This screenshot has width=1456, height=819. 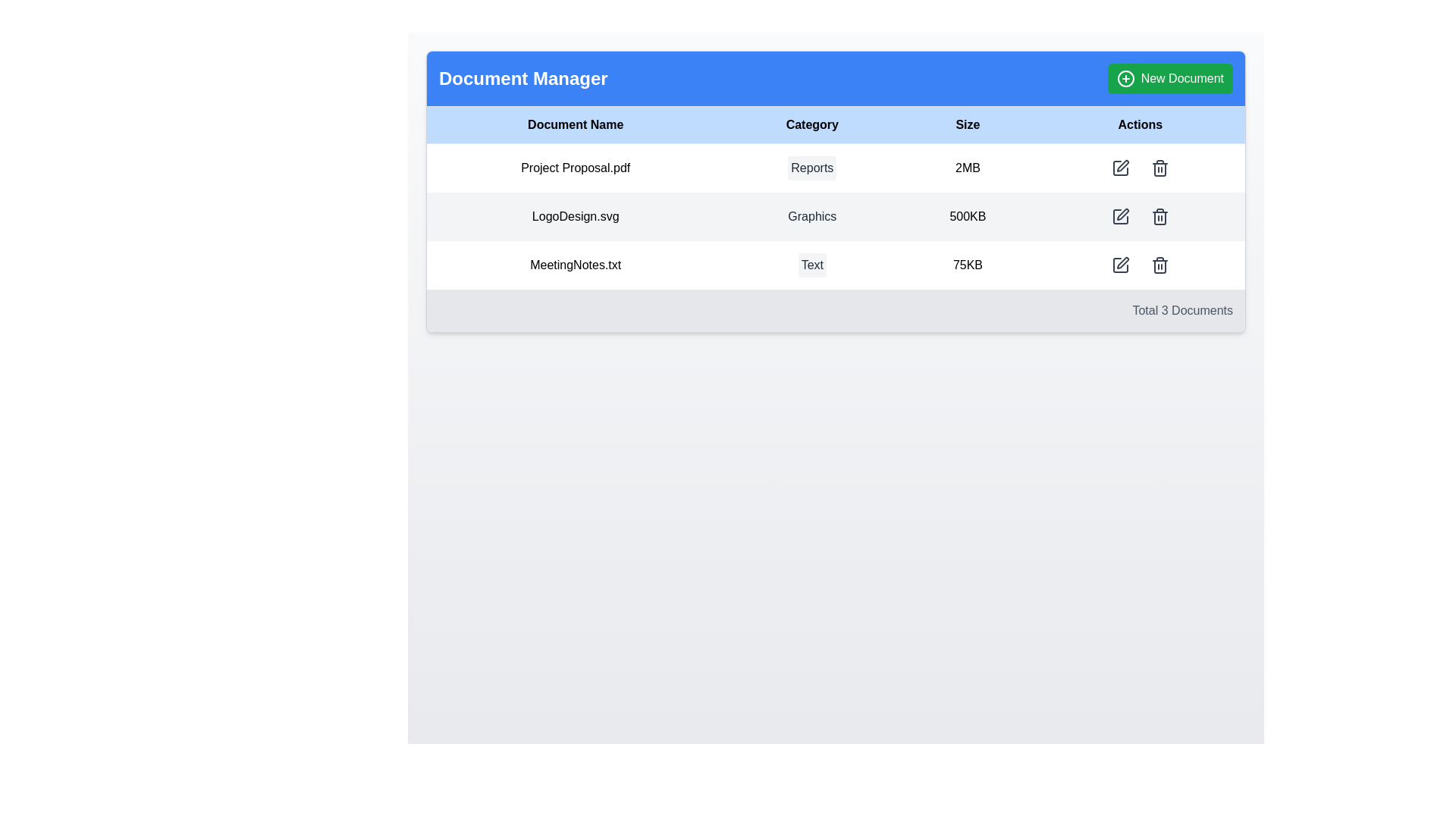 What do you see at coordinates (967, 216) in the screenshot?
I see `the static text label displaying '500KB' in the 'Size' column of the file details table` at bounding box center [967, 216].